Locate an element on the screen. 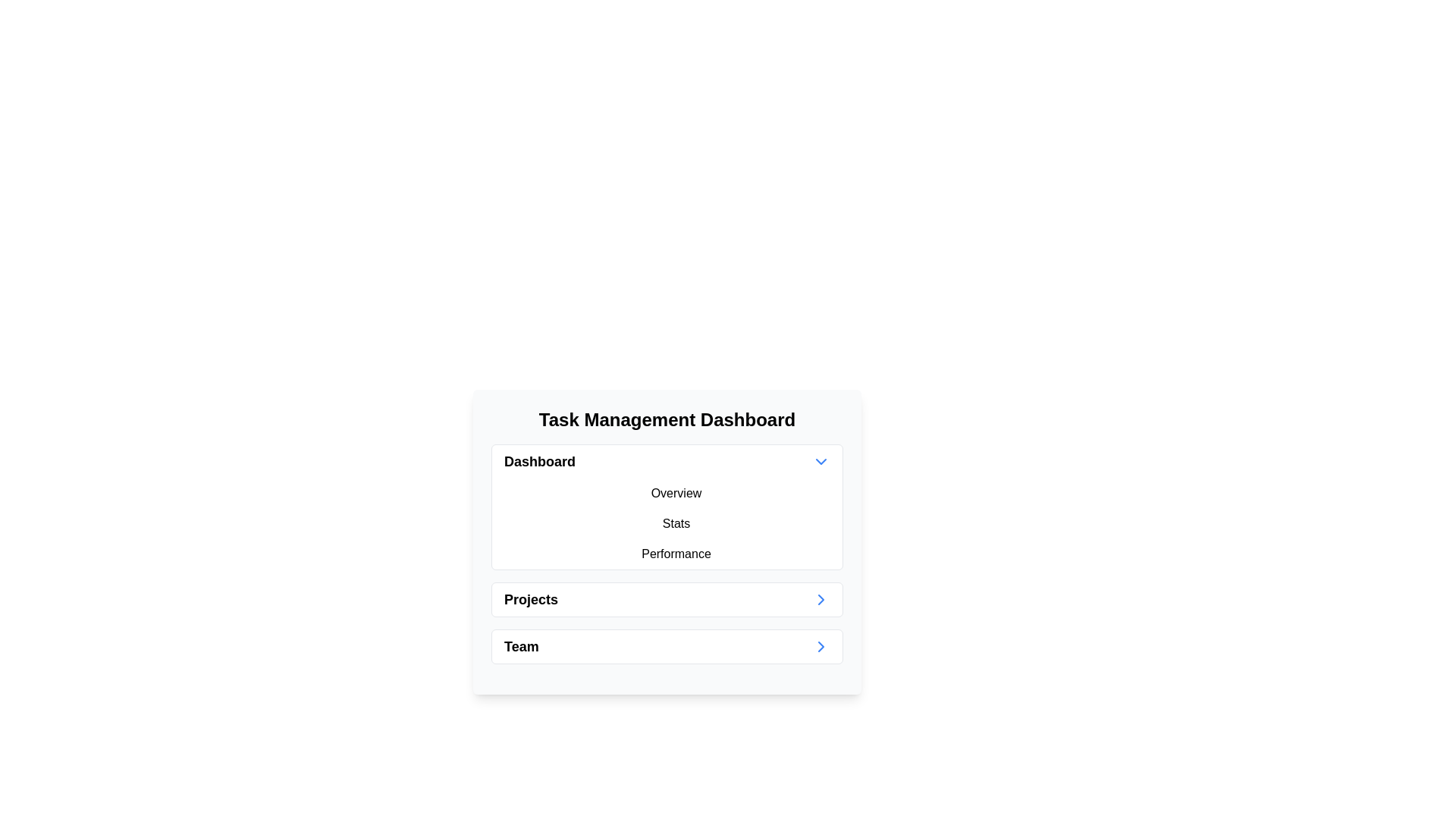 This screenshot has width=1456, height=819. the 'Projects' text label, which is a bold black font in the second list item under 'Task Management Dashboard' is located at coordinates (531, 598).